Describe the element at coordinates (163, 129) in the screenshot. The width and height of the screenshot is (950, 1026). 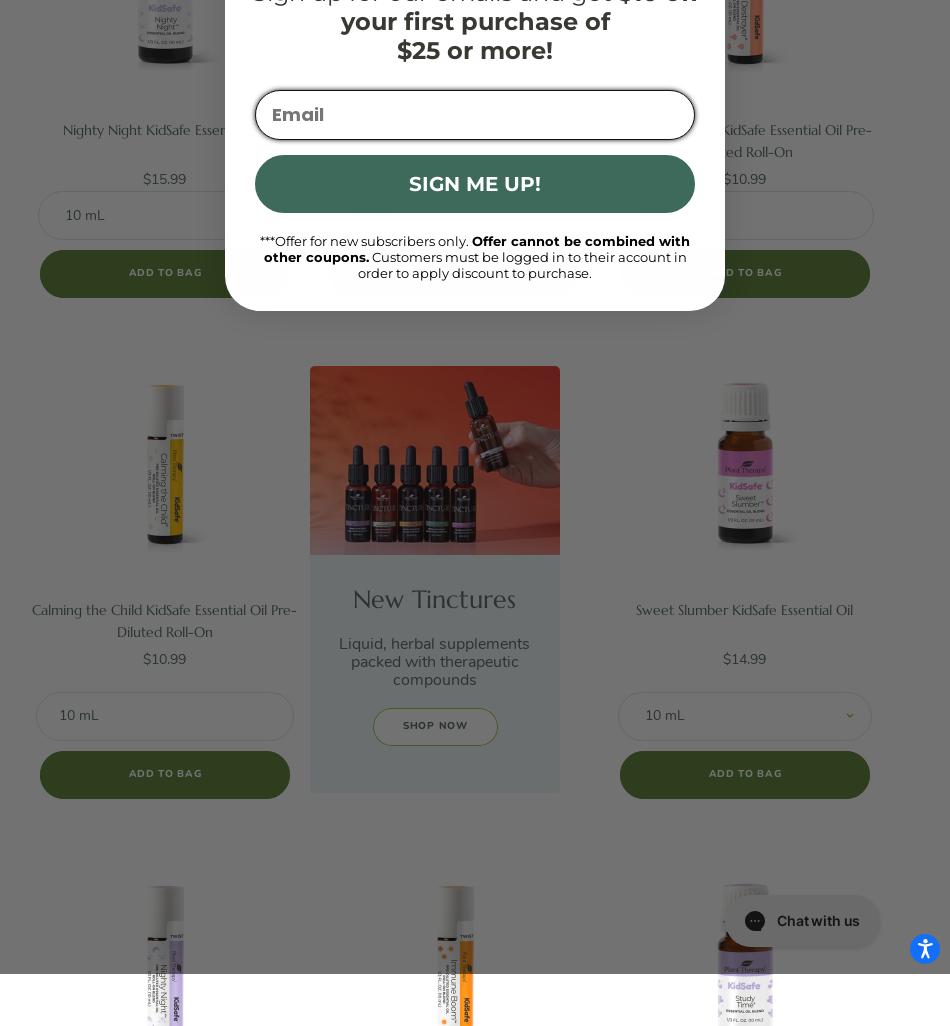
I see `'Nighty Night KidSafe Essential Oil'` at that location.